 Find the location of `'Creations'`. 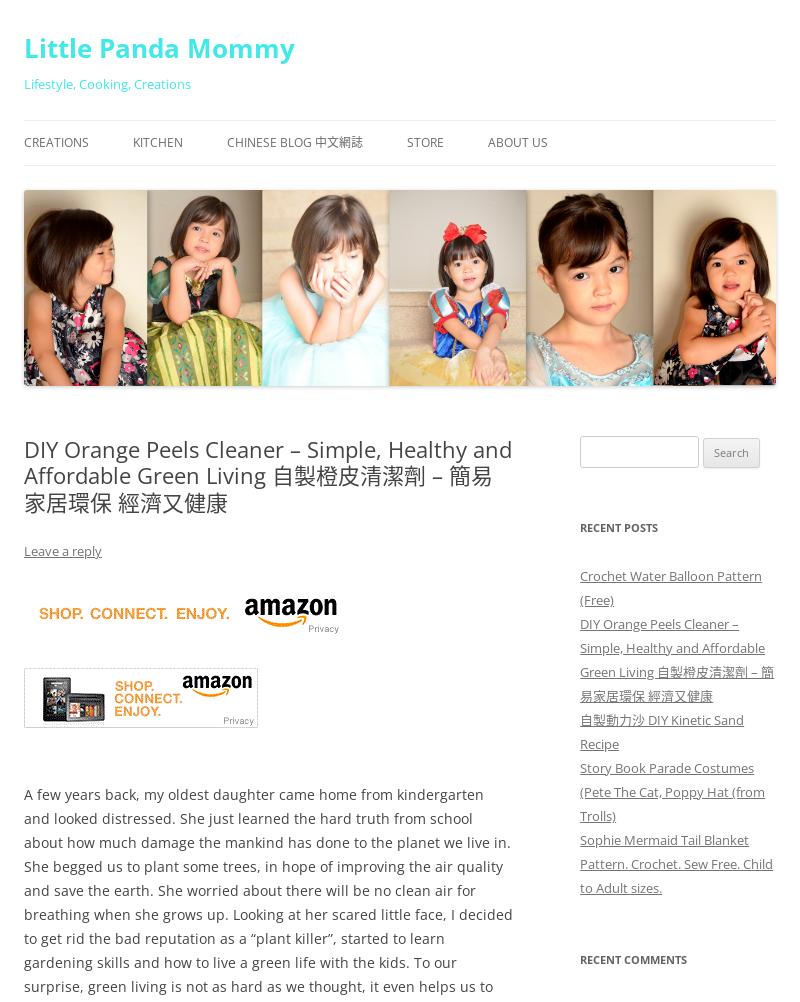

'Creations' is located at coordinates (55, 141).